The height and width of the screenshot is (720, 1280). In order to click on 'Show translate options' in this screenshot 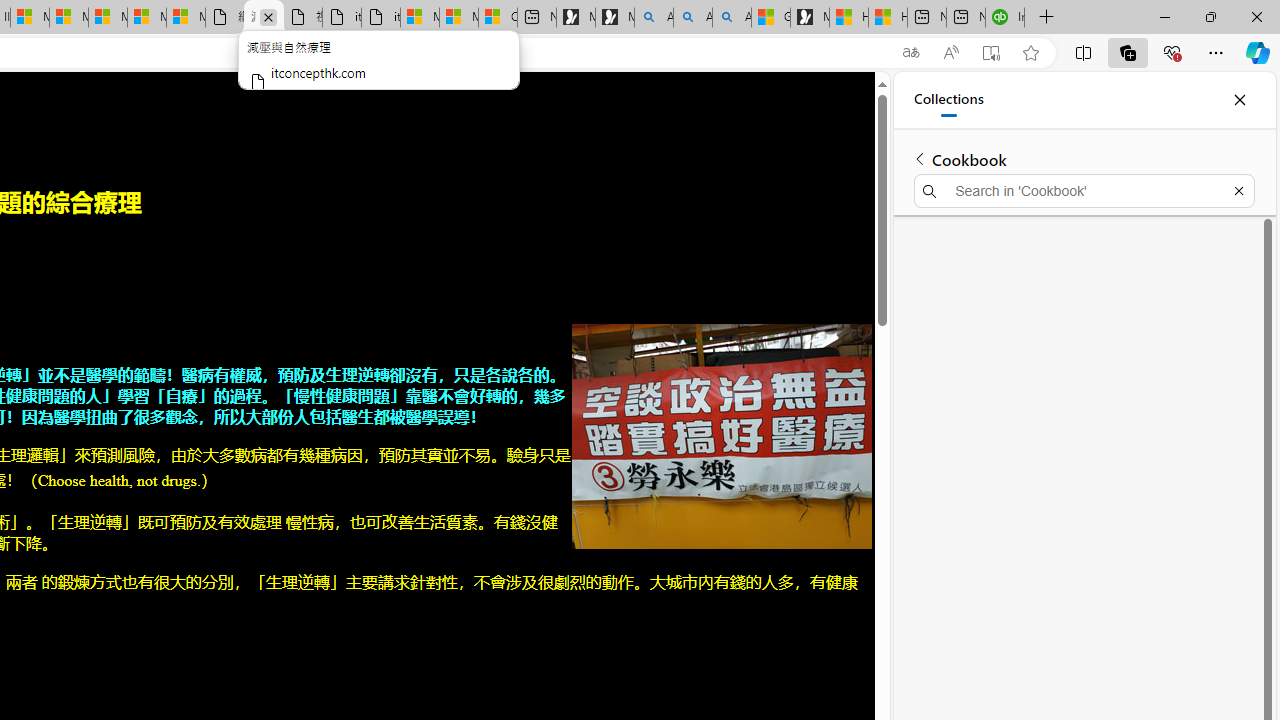, I will do `click(909, 52)`.